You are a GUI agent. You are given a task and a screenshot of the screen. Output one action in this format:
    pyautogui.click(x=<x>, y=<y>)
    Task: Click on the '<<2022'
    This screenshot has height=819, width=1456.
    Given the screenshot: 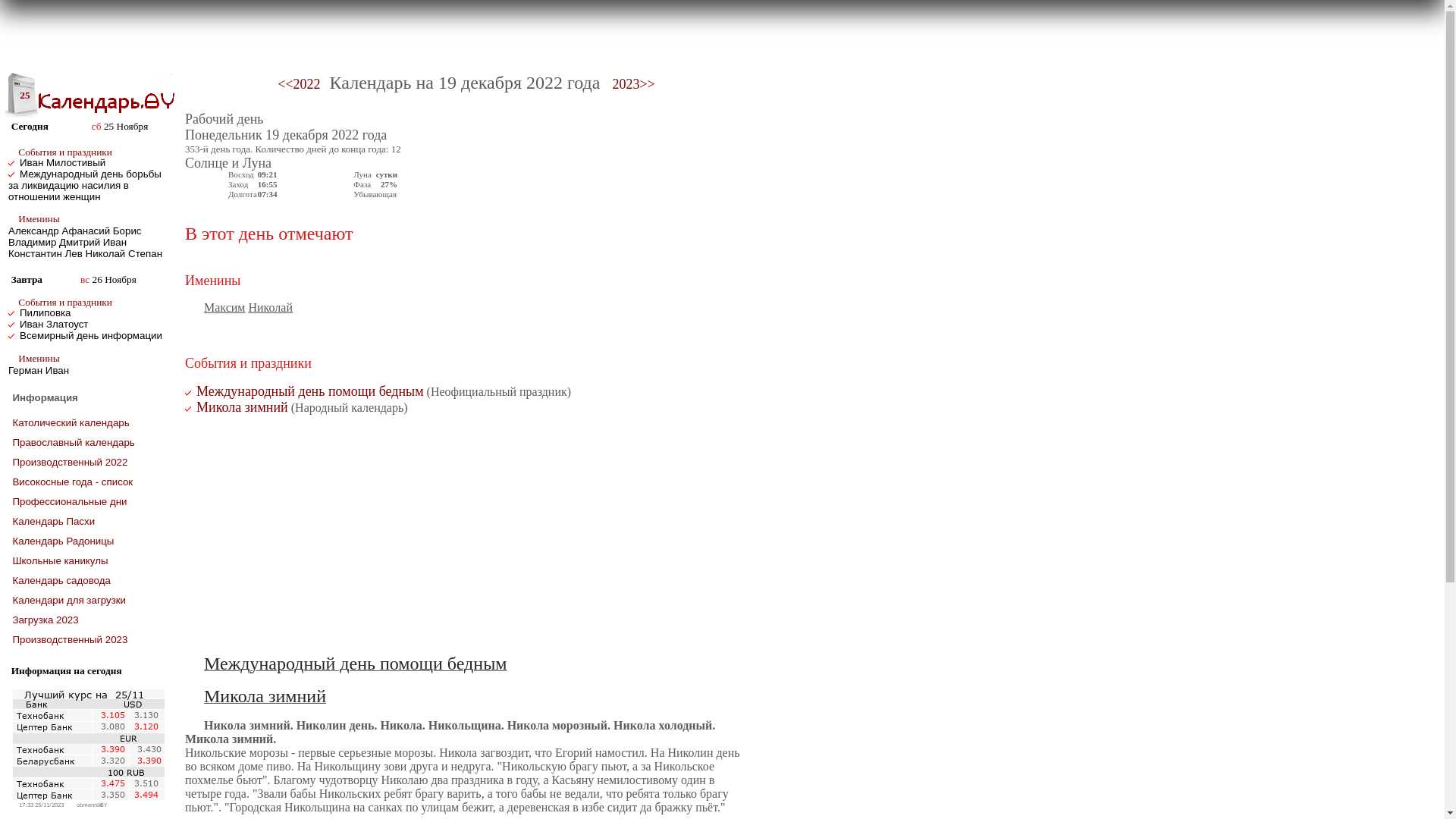 What is the action you would take?
    pyautogui.click(x=298, y=84)
    